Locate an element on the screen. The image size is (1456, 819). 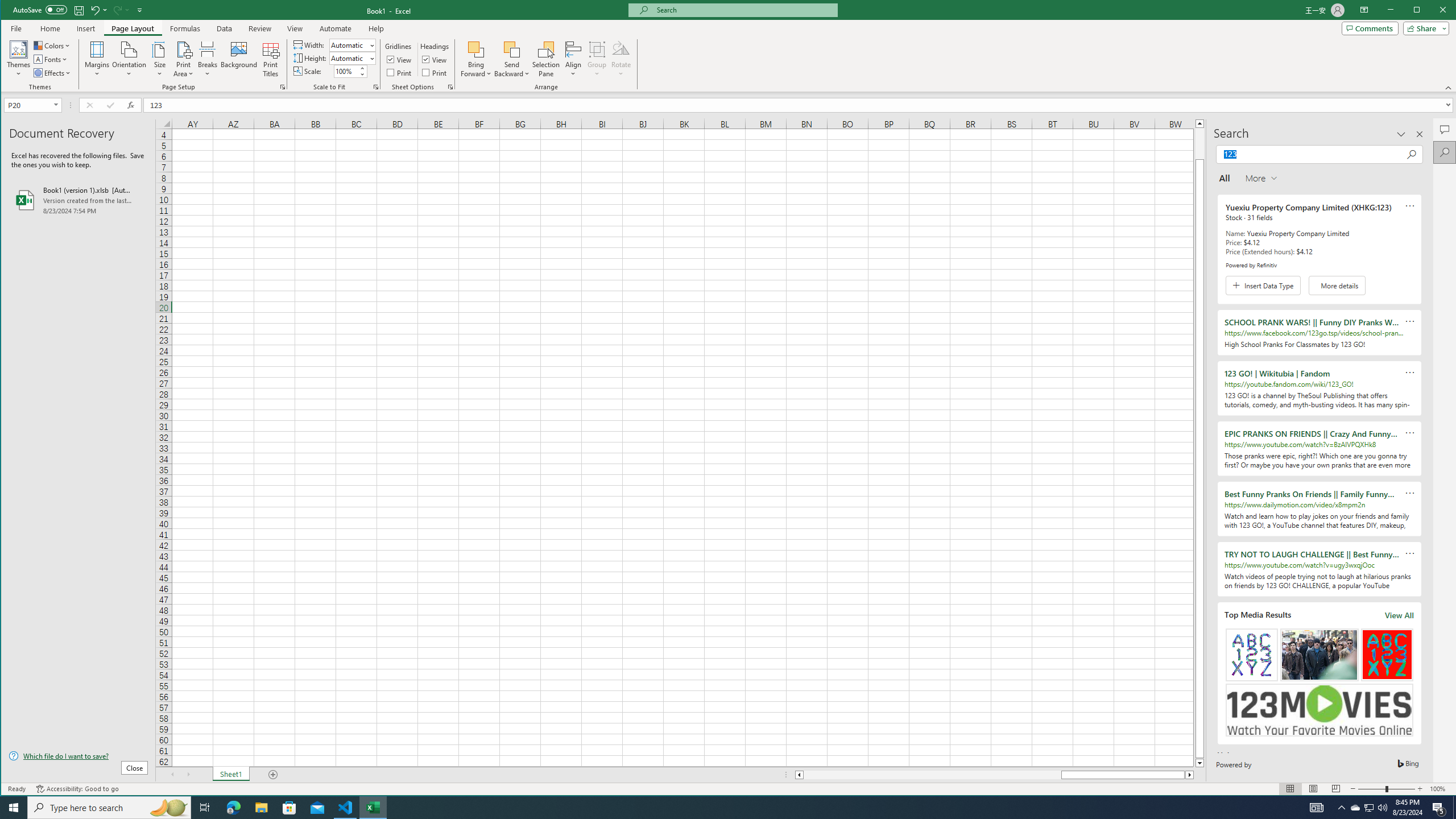
'Page left' is located at coordinates (932, 775).